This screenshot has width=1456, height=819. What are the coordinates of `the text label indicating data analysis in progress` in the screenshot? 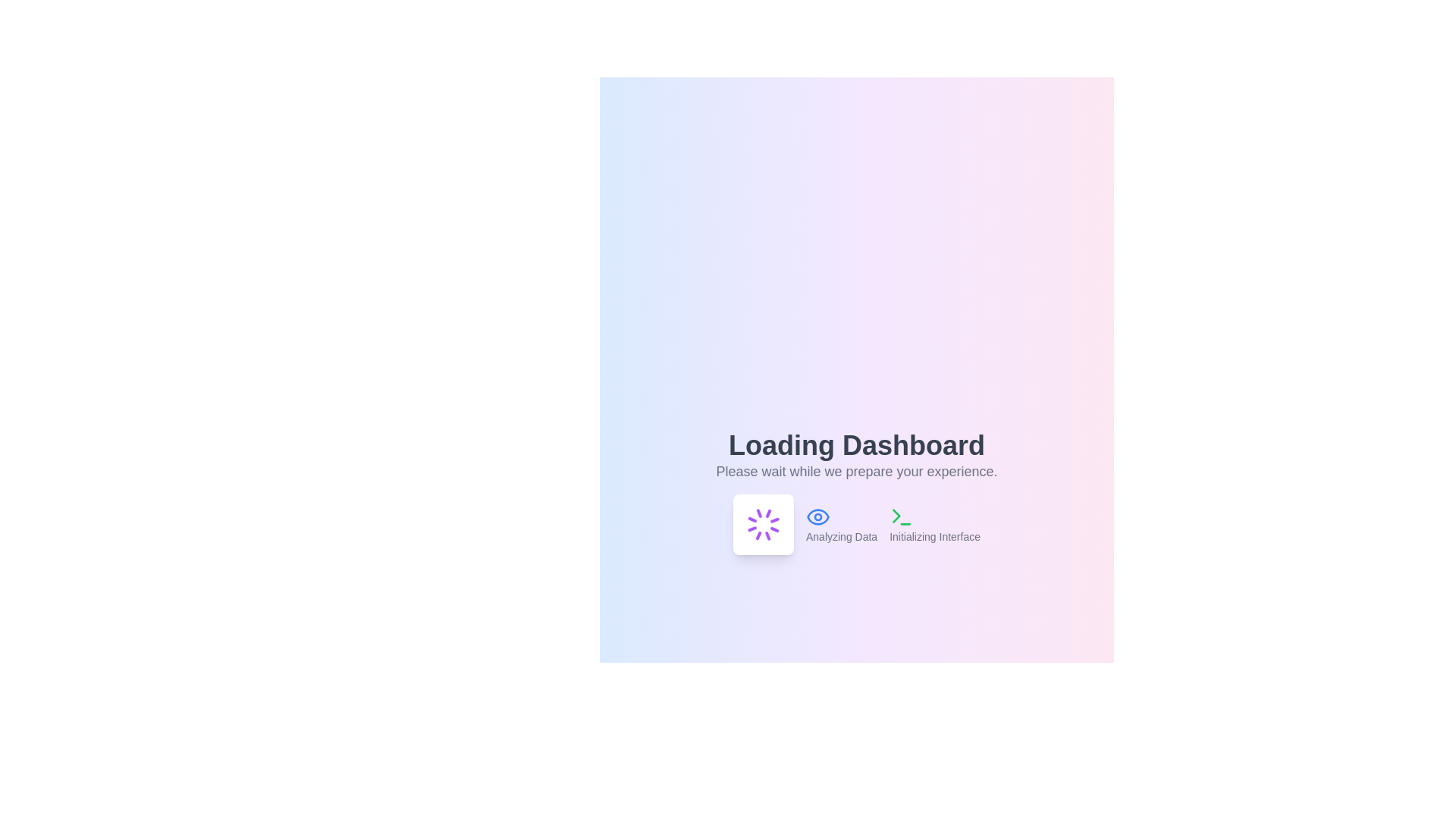 It's located at (841, 536).